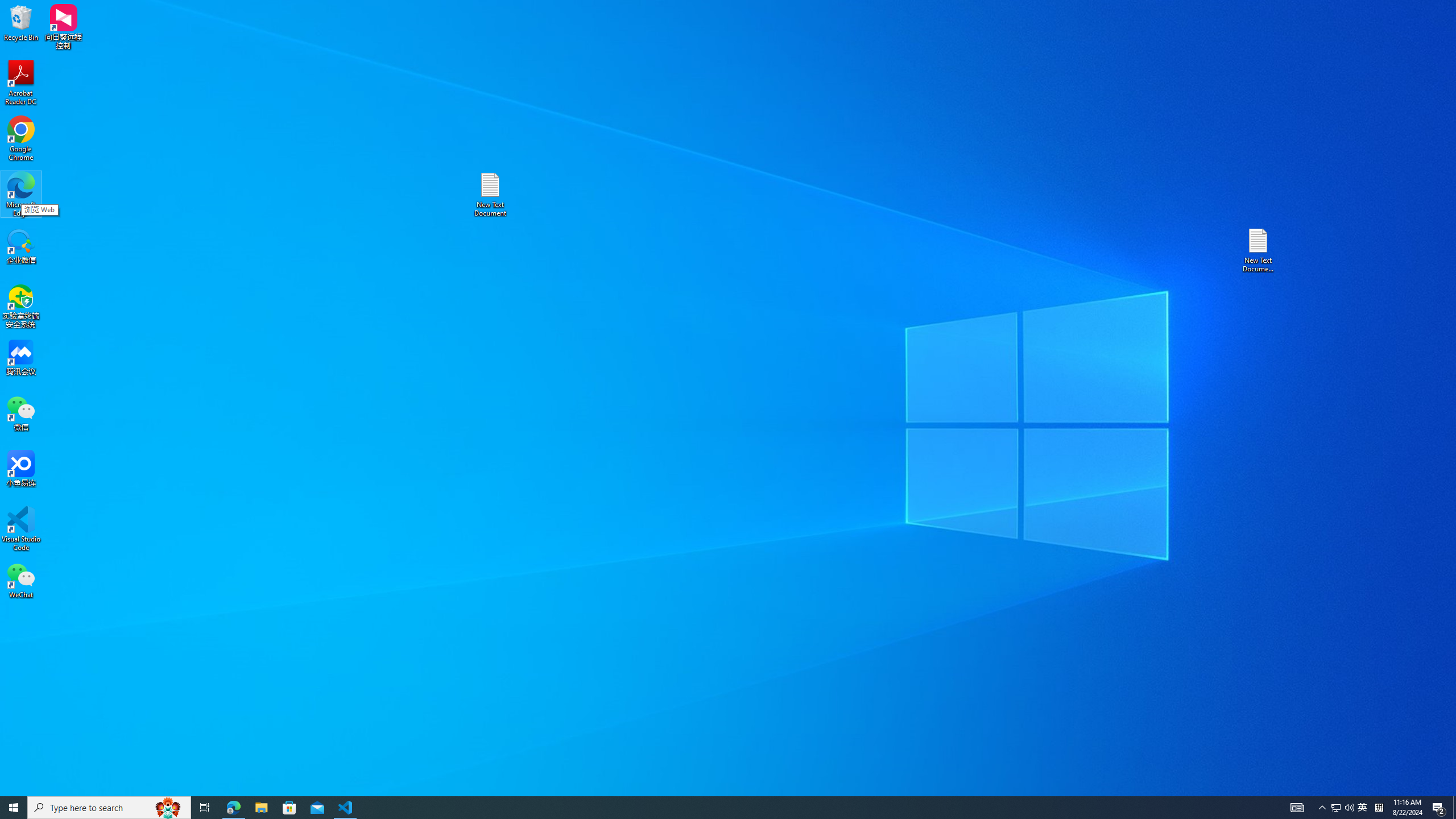 The width and height of the screenshot is (1456, 819). Describe the element at coordinates (1259, 249) in the screenshot. I see `'New Text Document (2)'` at that location.